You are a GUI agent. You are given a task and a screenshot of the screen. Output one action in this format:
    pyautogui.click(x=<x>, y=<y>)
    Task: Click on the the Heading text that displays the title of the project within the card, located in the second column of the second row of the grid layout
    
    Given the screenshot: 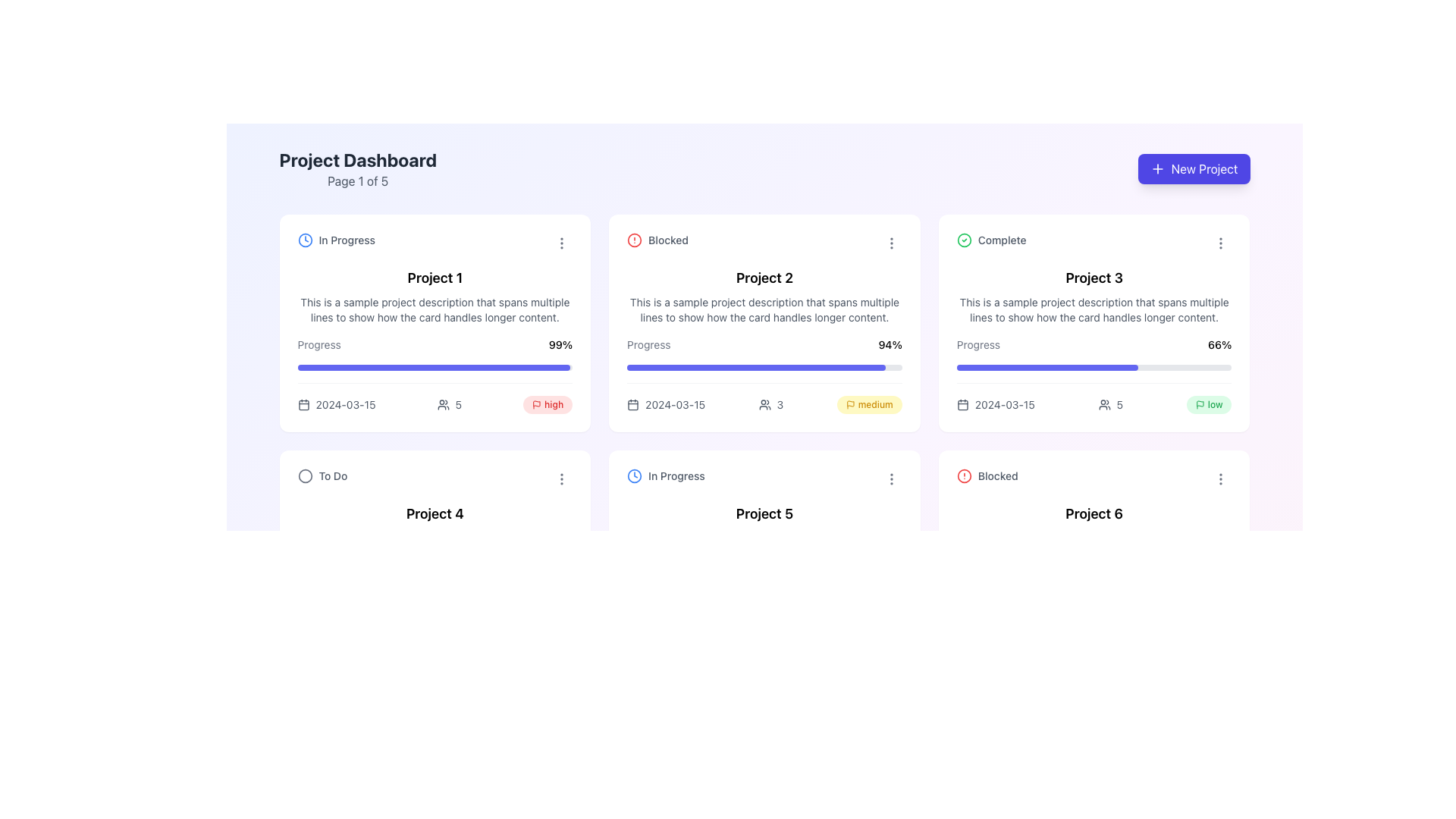 What is the action you would take?
    pyautogui.click(x=1094, y=513)
    